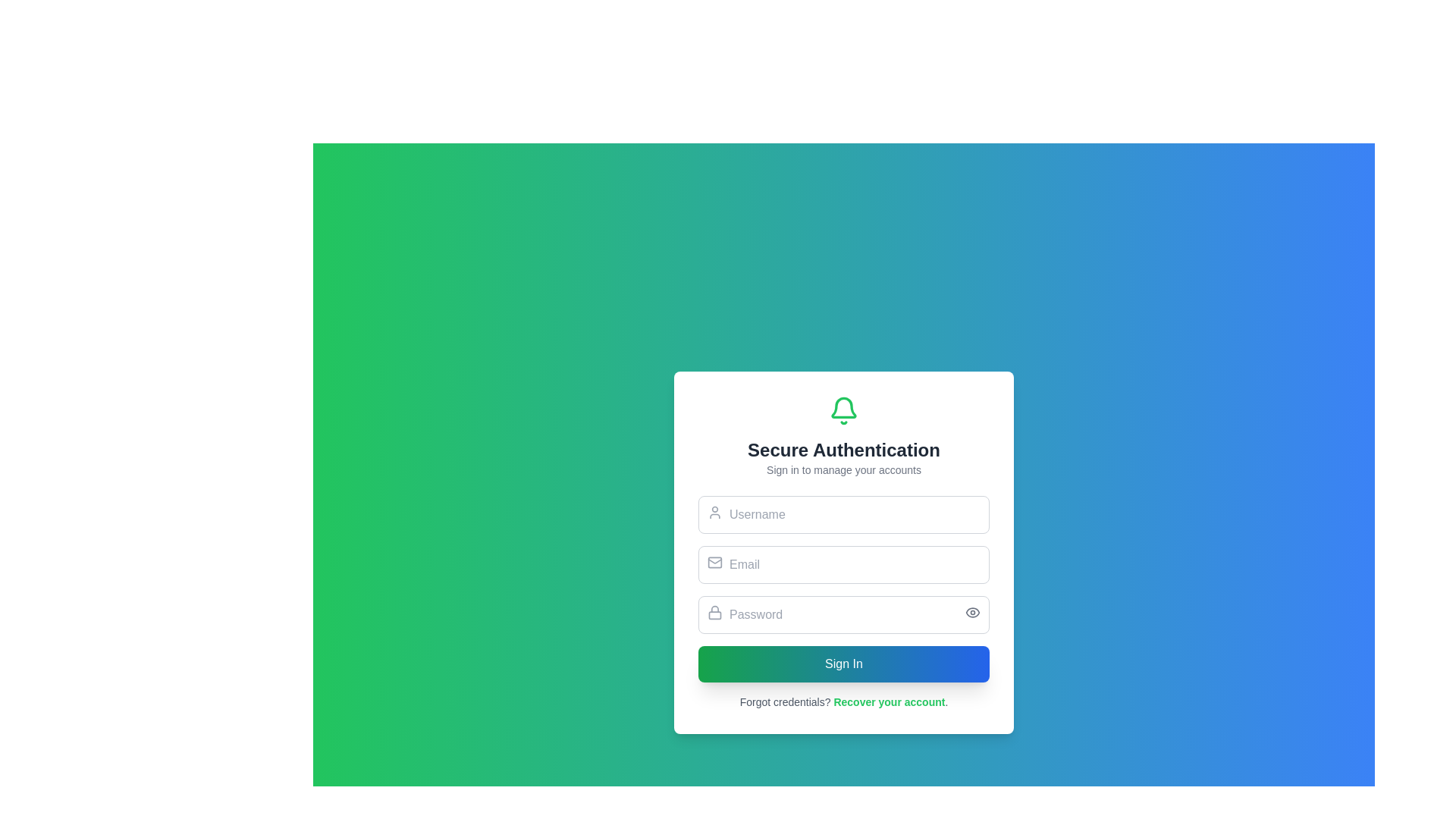 The image size is (1456, 819). I want to click on the bell icon, so click(843, 411).